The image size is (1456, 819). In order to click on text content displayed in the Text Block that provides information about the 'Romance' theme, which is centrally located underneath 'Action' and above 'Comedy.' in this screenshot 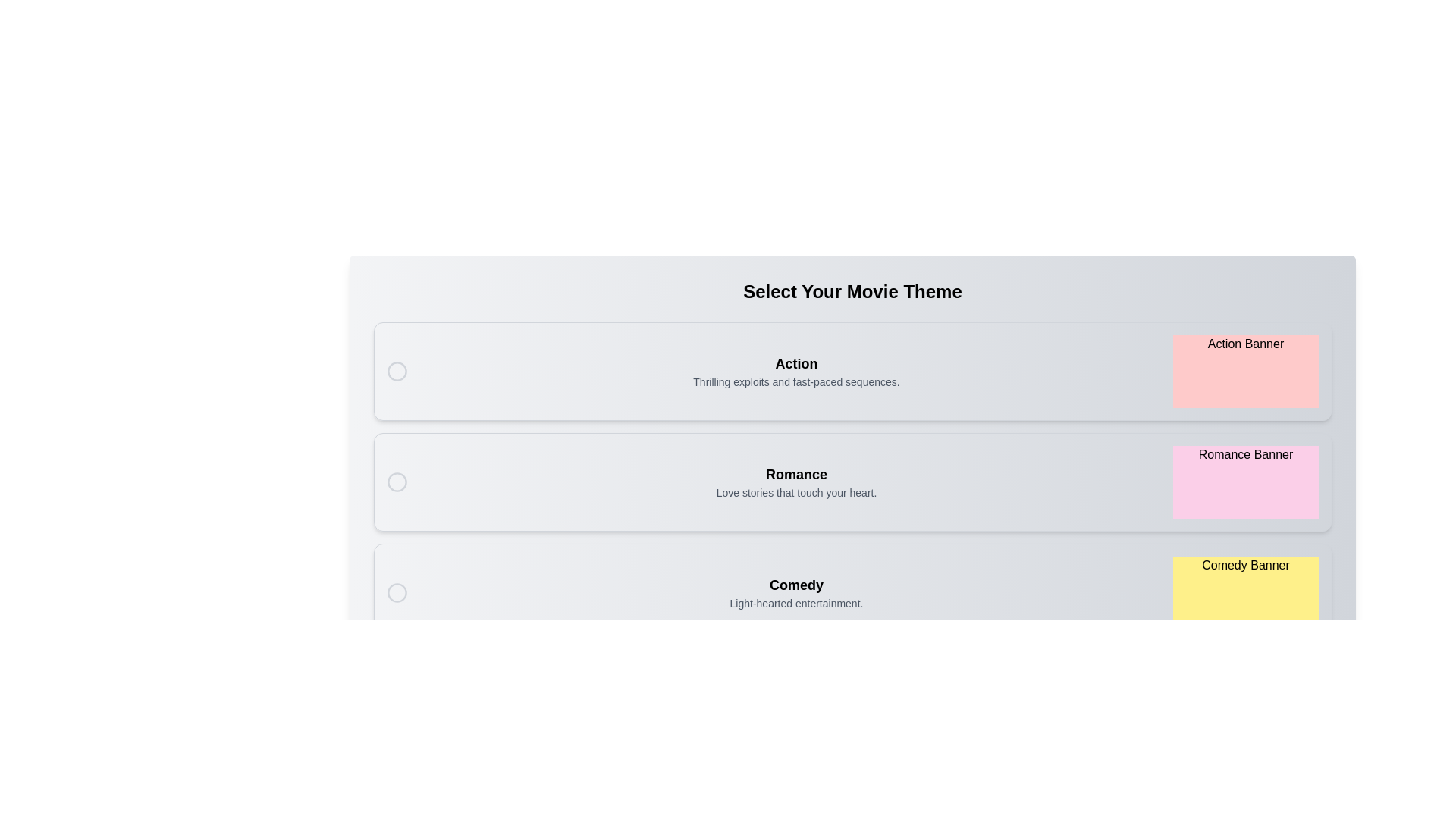, I will do `click(795, 482)`.